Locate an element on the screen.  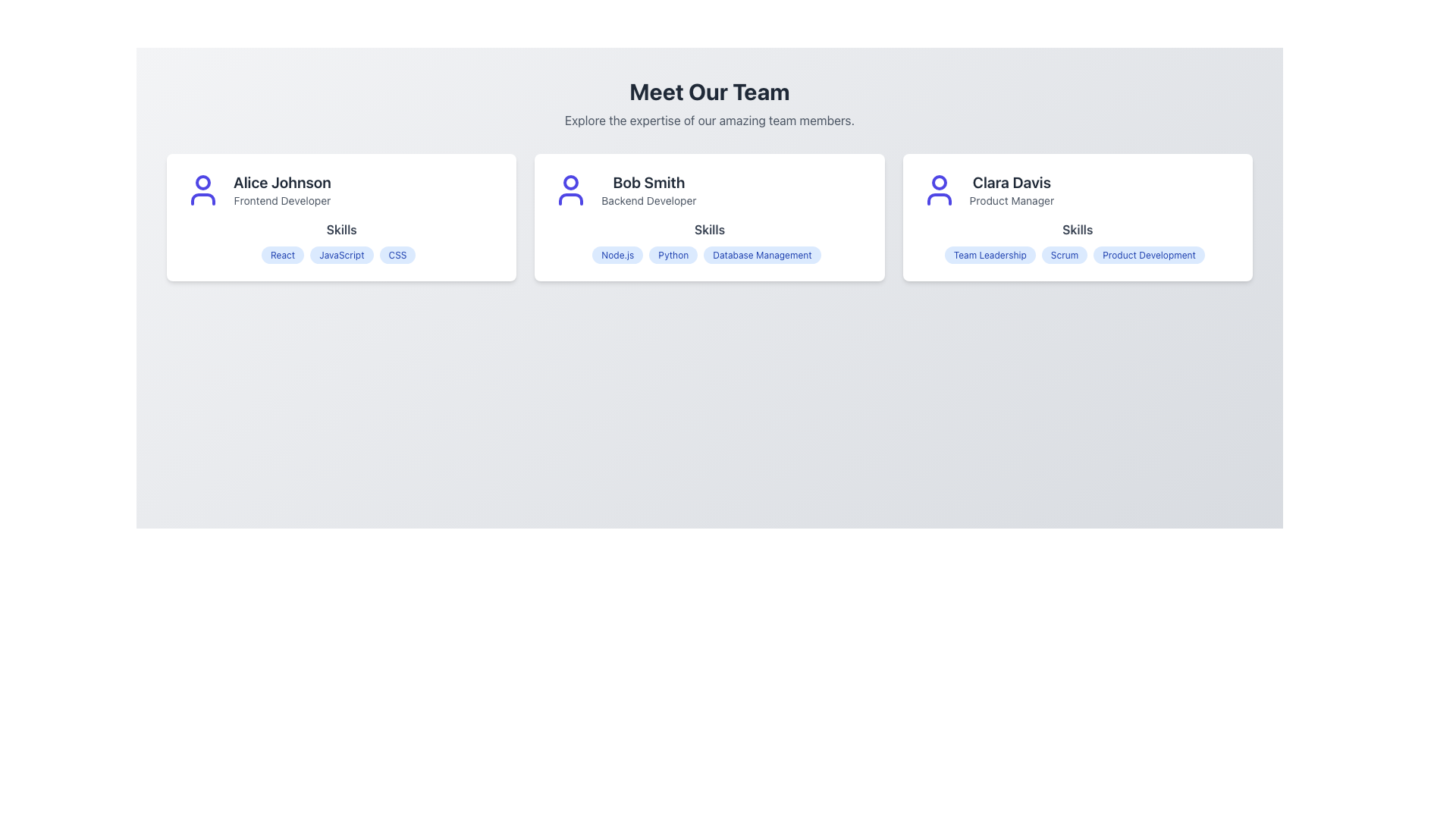
the 'CSS' badge, which is a small rounded badge with bold blue text on a light blue background, located under the 'Skills' section for 'Alice Johnson, Frontend Developer' is located at coordinates (397, 254).